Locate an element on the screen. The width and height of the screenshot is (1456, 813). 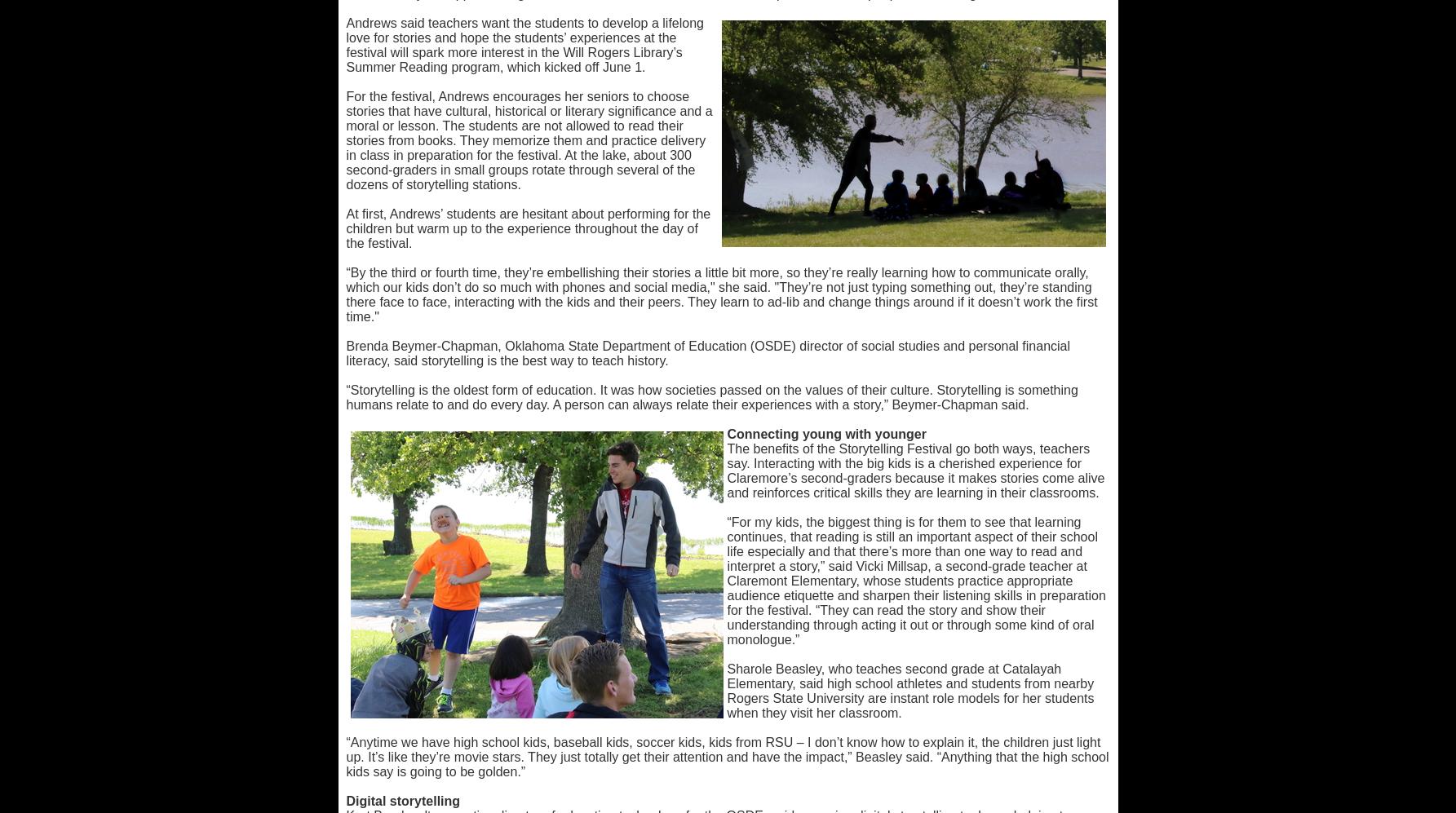
'“Storytelling is the oldest form of education. It was how societies passed on the values of their culture. Storytelling is something humans relate to and do every day. A person can always relate their experiences with a story,” Beymer-Chapman said.' is located at coordinates (711, 397).